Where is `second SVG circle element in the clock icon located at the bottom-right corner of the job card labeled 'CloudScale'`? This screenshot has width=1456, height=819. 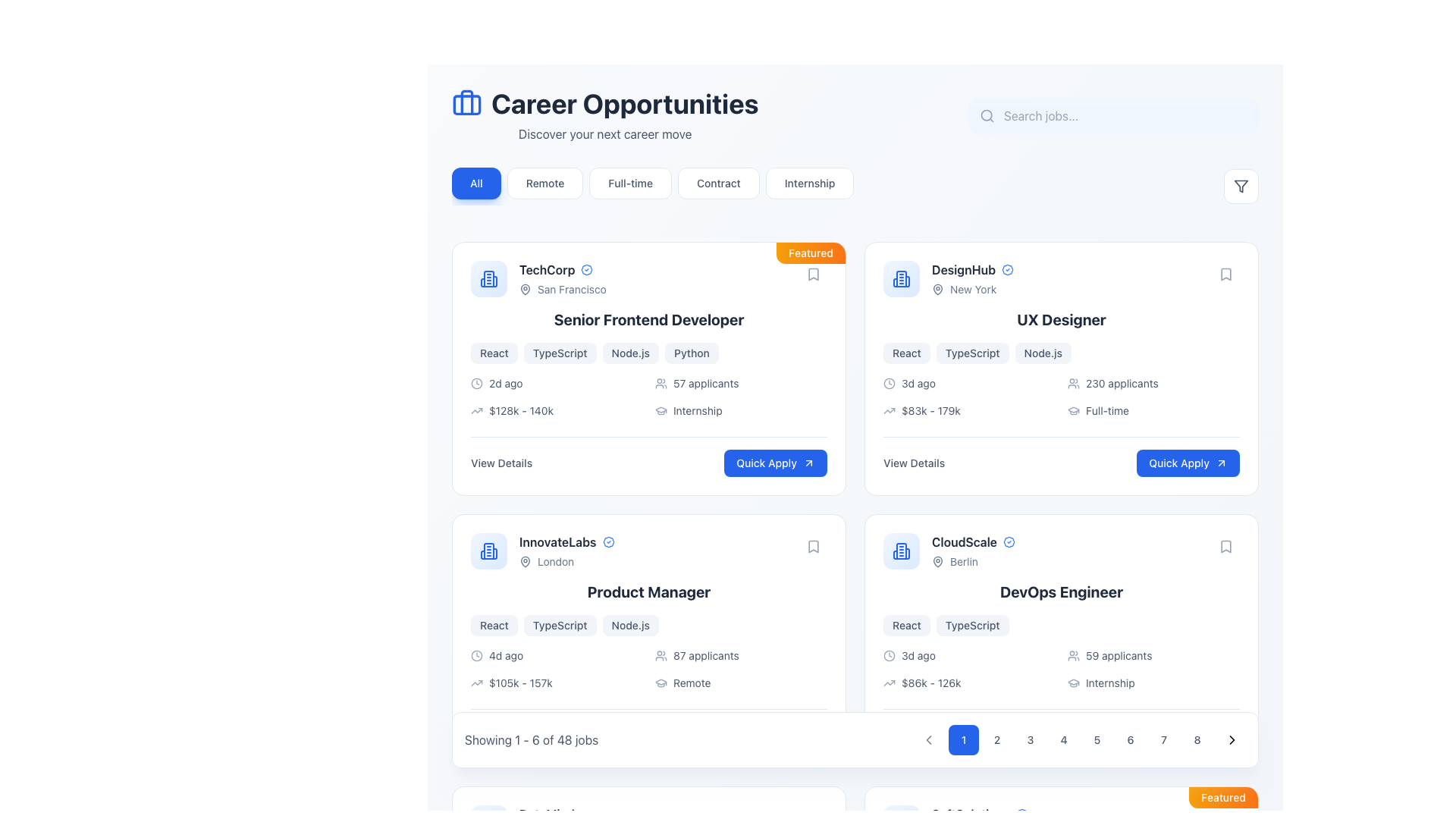 second SVG circle element in the clock icon located at the bottom-right corner of the job card labeled 'CloudScale' is located at coordinates (889, 654).